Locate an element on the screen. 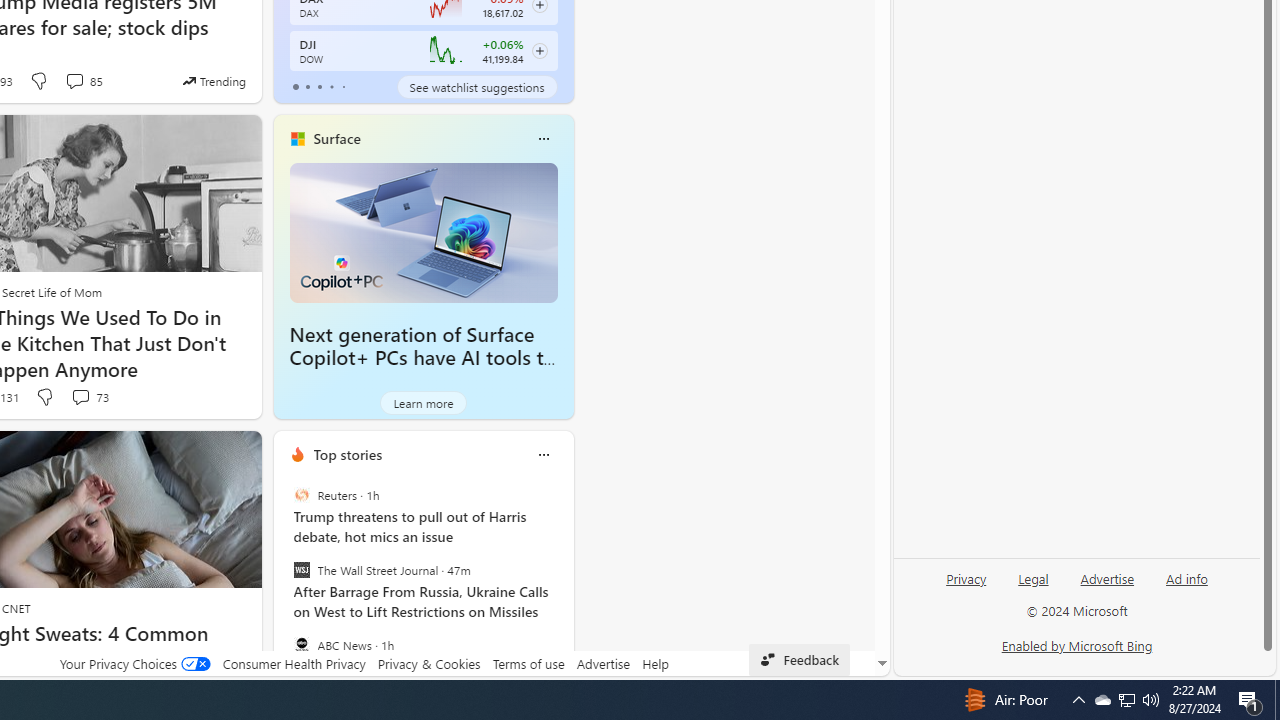  'tab-4' is located at coordinates (343, 86).